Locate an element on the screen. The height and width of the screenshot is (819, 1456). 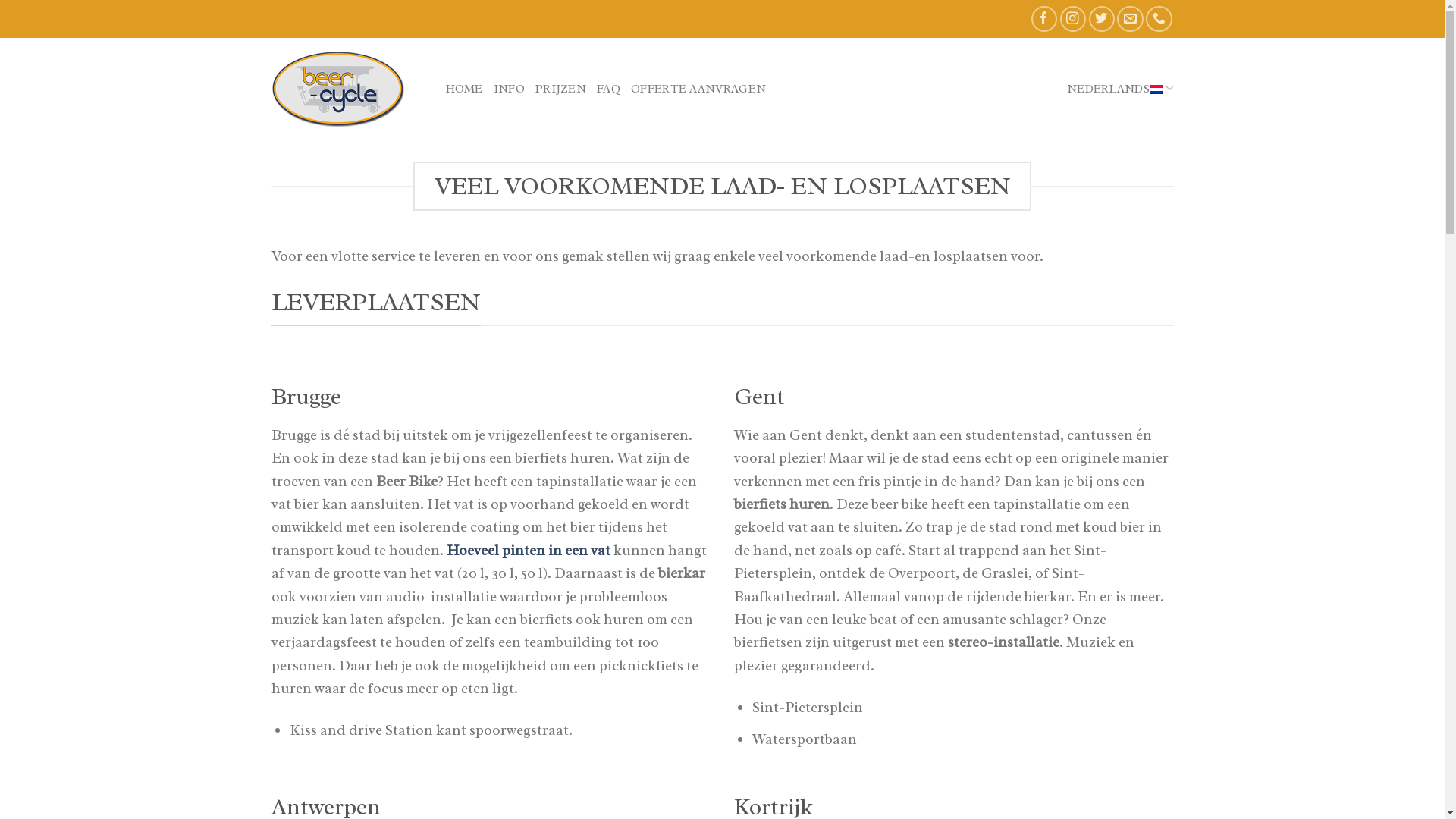
'Volg ons op Facebook' is located at coordinates (1043, 19).